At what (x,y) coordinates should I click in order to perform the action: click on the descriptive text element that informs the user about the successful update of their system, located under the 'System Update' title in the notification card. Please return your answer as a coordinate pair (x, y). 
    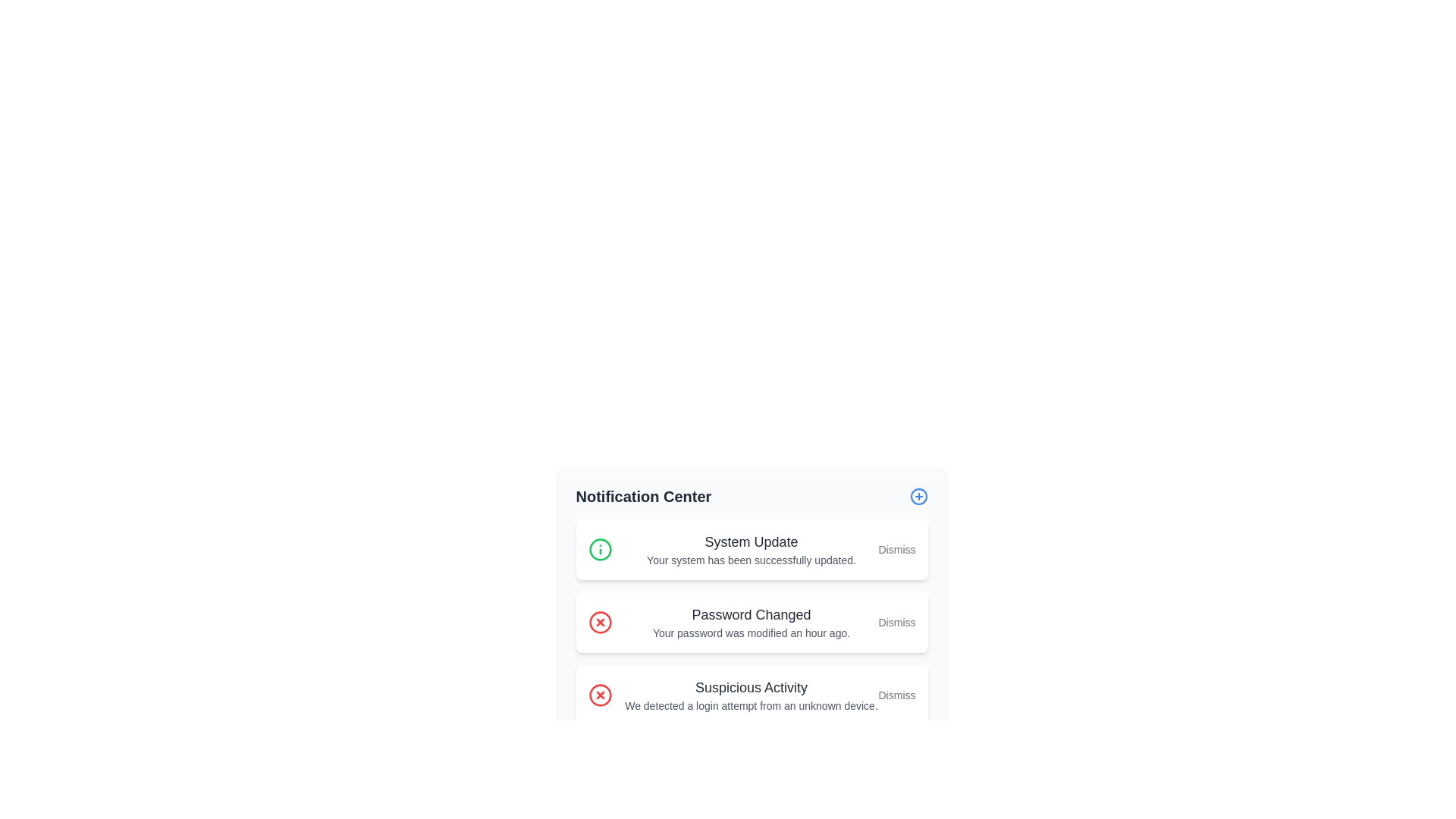
    Looking at the image, I should click on (751, 560).